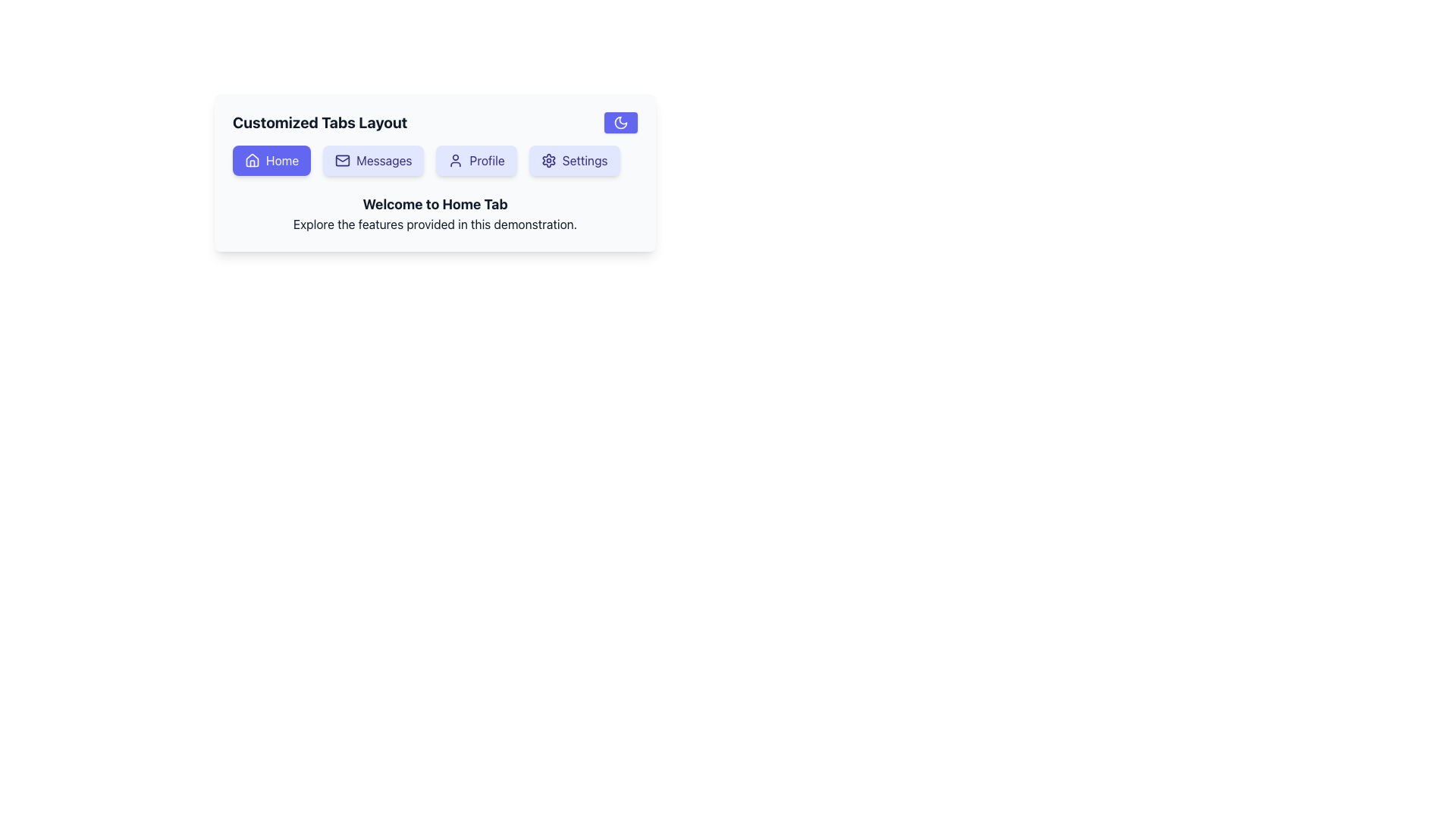 This screenshot has height=819, width=1456. I want to click on the fourth button in the navigation bar, which is located immediately to the right of the 'Profile' button, so click(573, 161).